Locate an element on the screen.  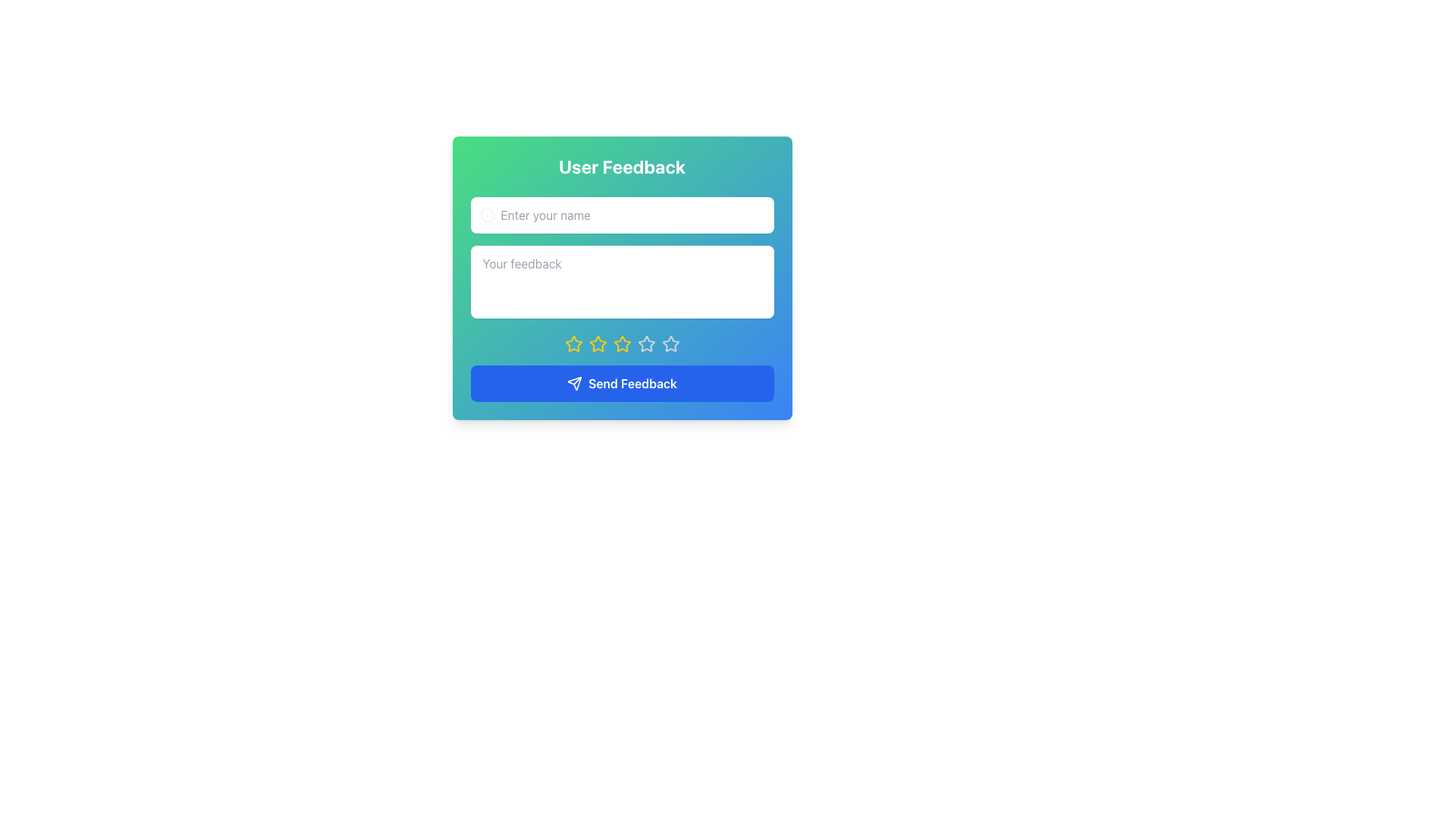
the first star in the horizontal arrangement of five rating stars to give a one-star rating is located at coordinates (573, 344).